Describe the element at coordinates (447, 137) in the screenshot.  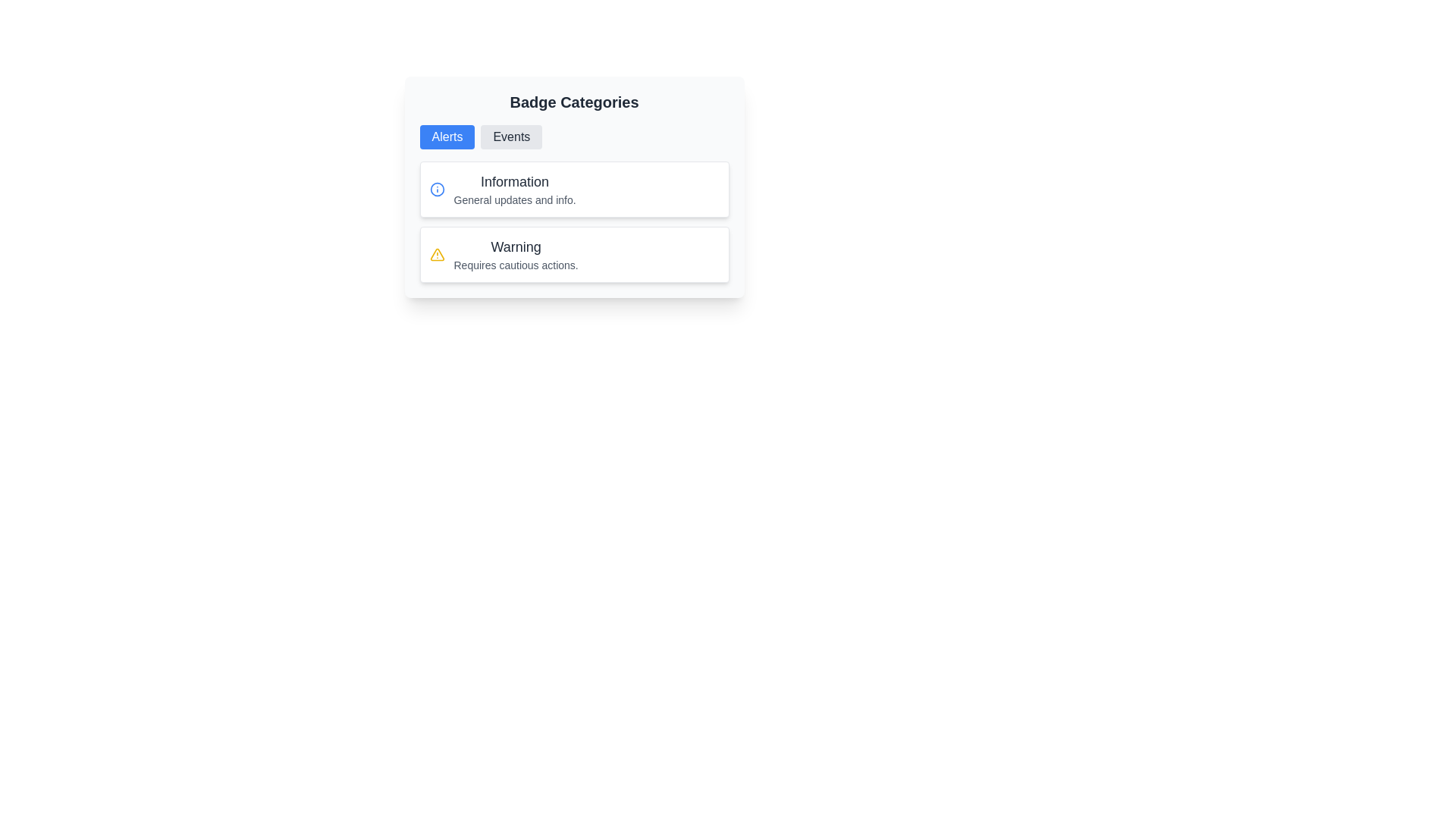
I see `the 'Alerts' button located under the 'Badge Categories' heading` at that location.